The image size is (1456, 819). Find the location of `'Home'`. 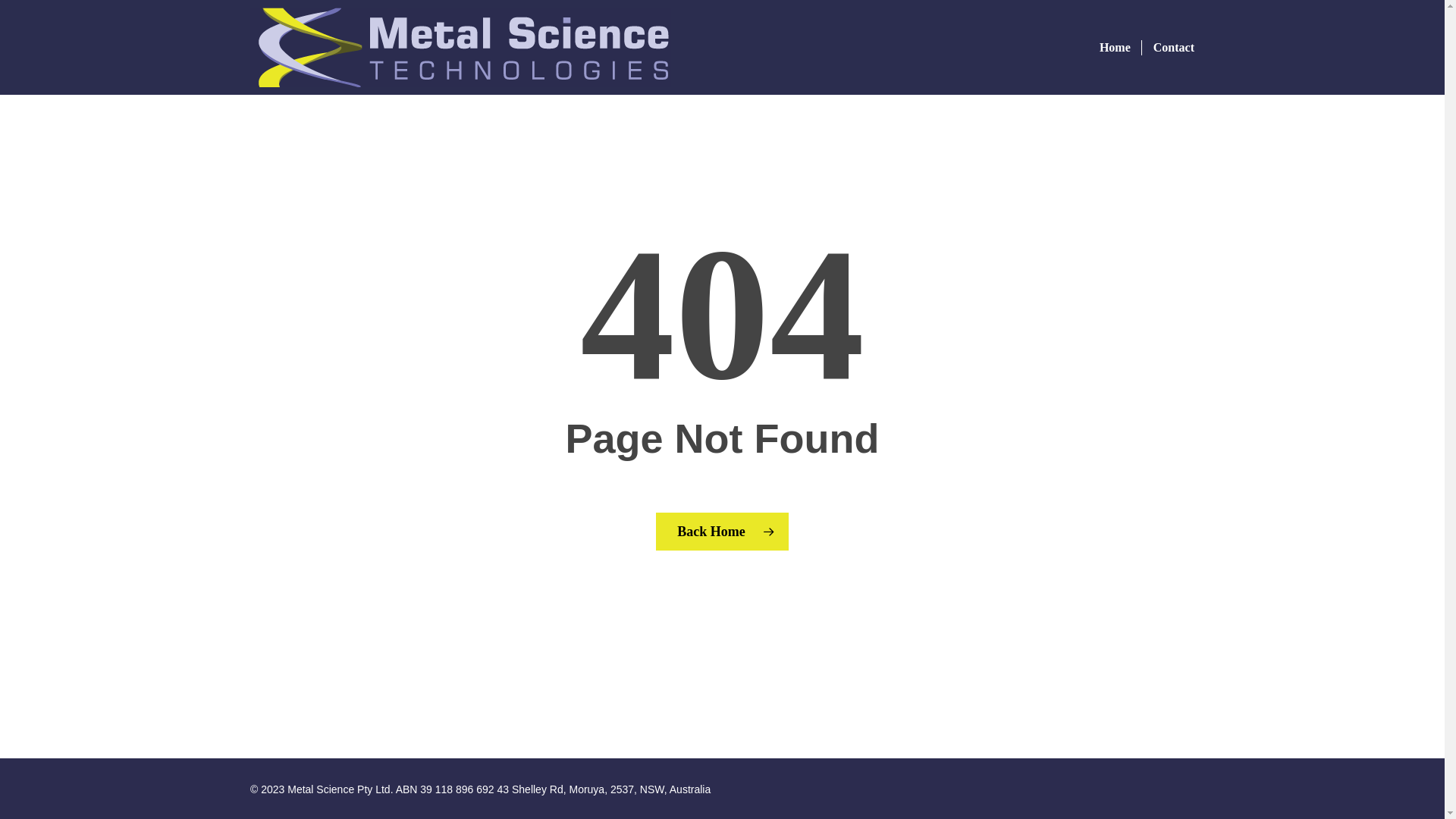

'Home' is located at coordinates (1115, 45).